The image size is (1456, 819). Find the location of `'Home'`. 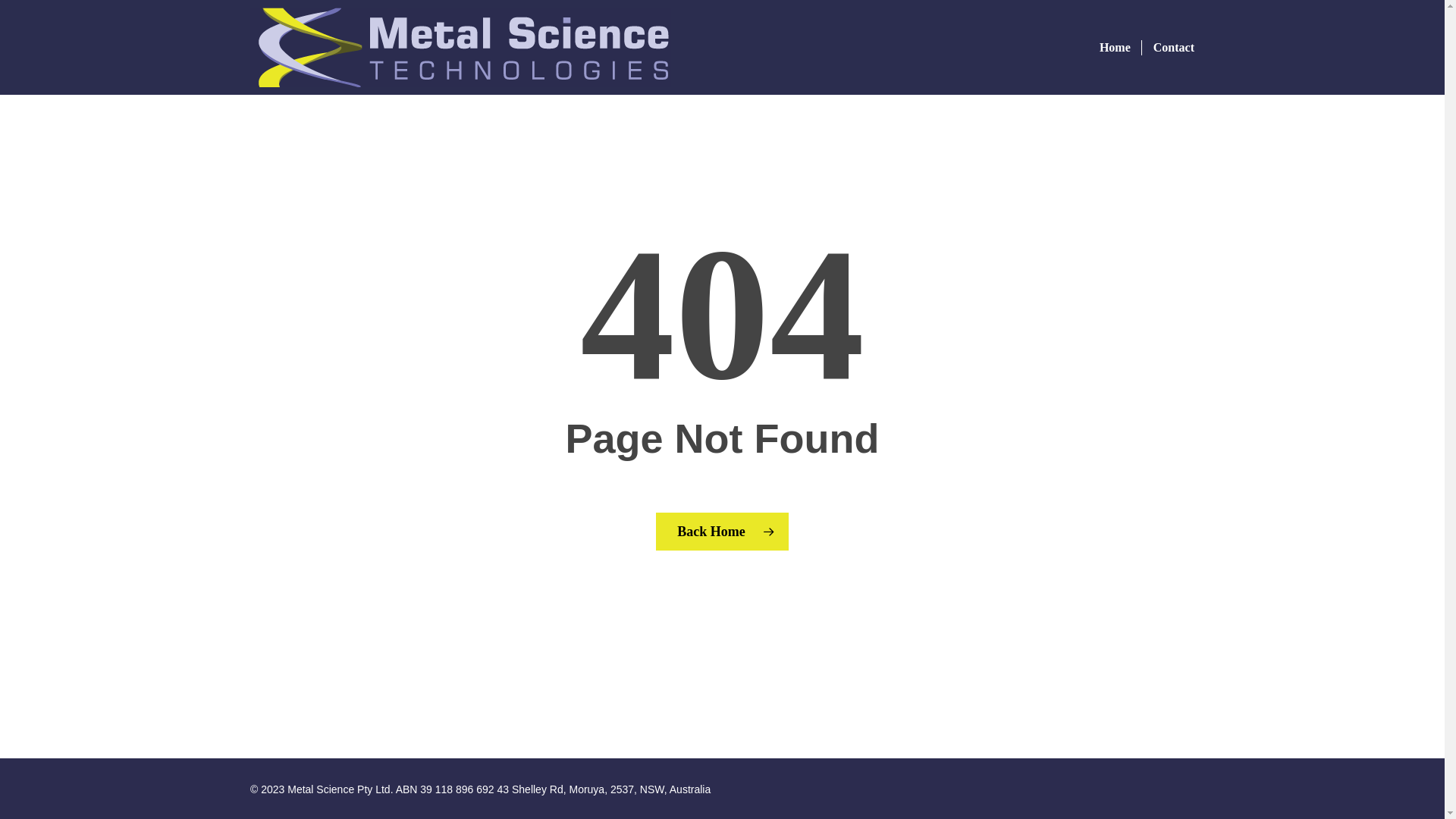

'Home' is located at coordinates (1115, 45).